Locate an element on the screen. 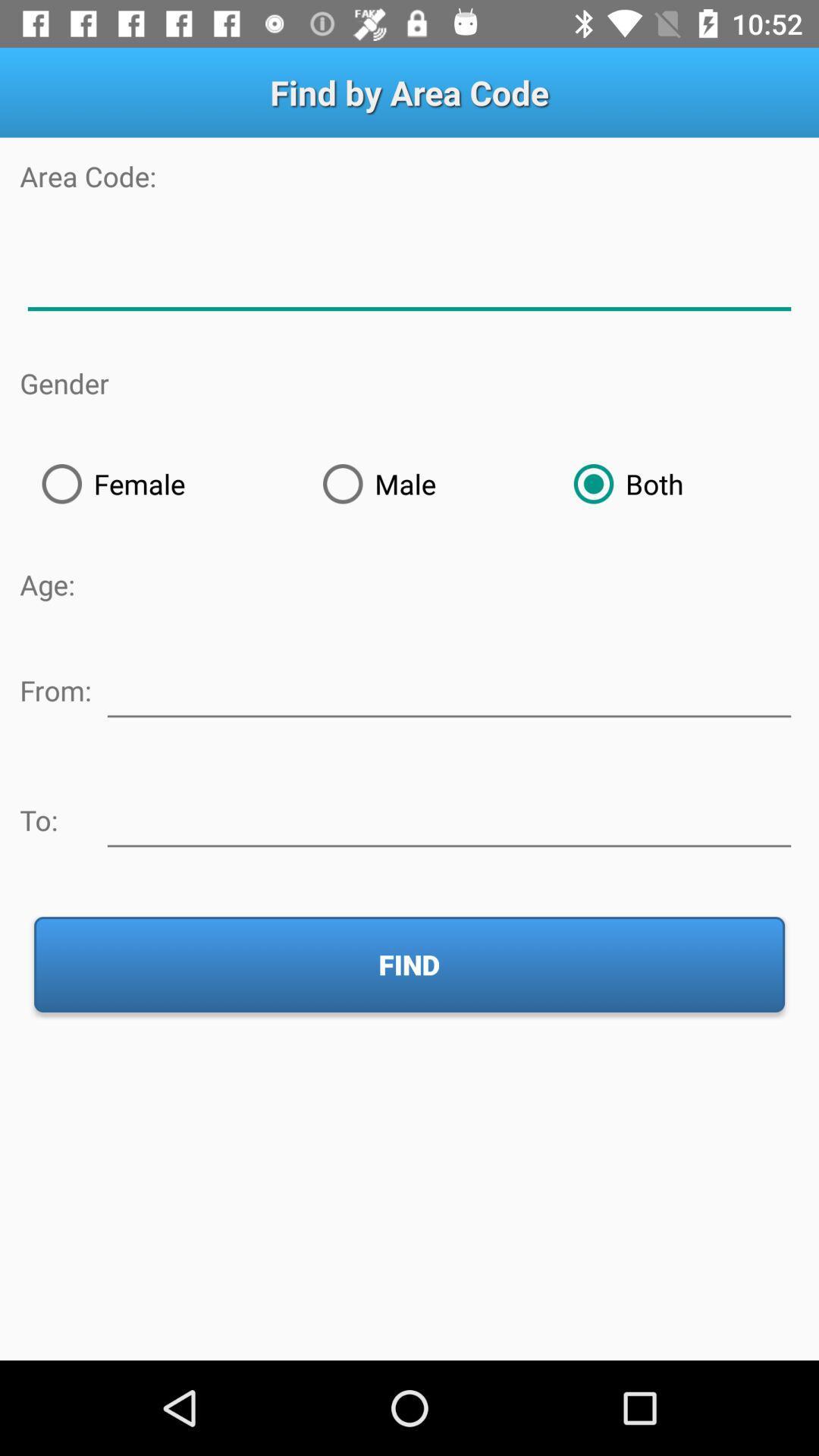 Image resolution: width=819 pixels, height=1456 pixels. the item to the left of the both item is located at coordinates (426, 483).